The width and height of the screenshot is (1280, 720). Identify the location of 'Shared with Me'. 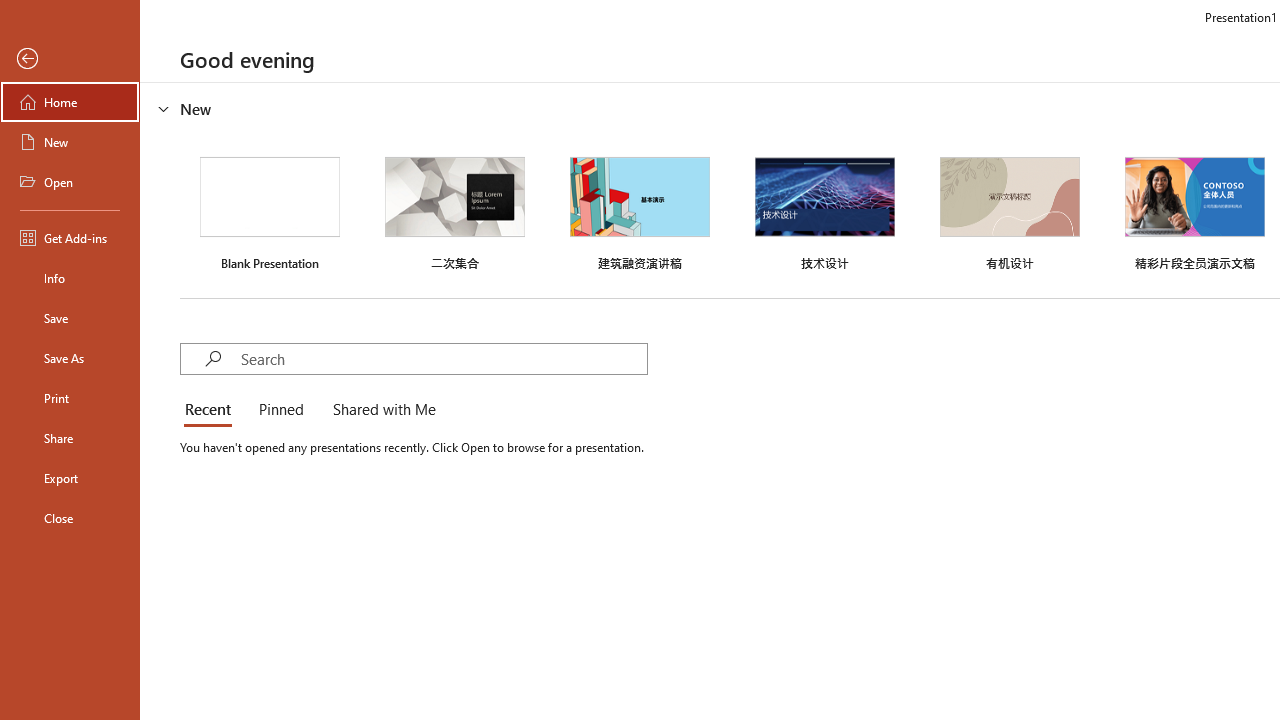
(380, 410).